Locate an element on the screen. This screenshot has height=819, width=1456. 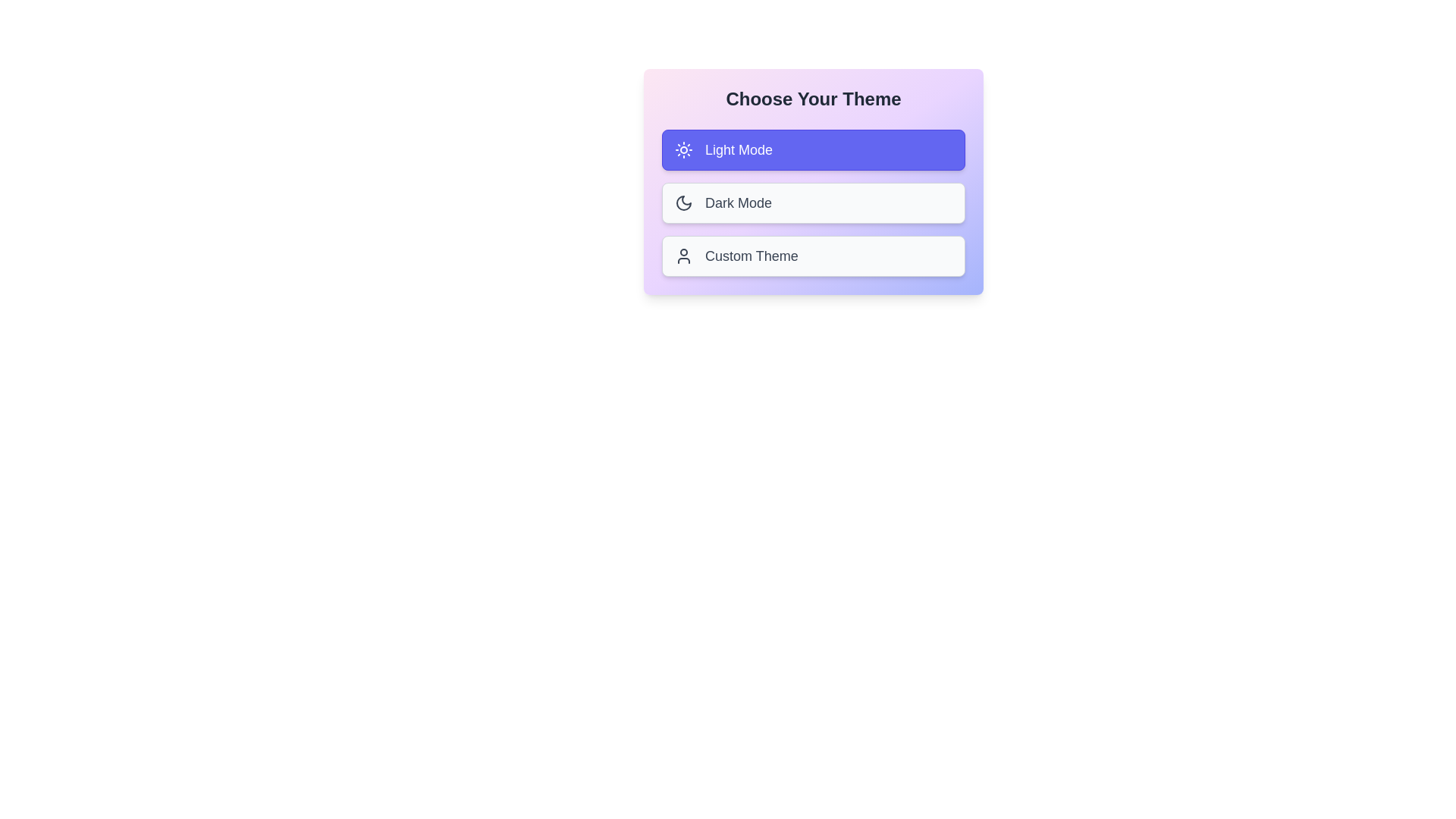
the theme Custom Theme by clicking on its corresponding card is located at coordinates (813, 256).